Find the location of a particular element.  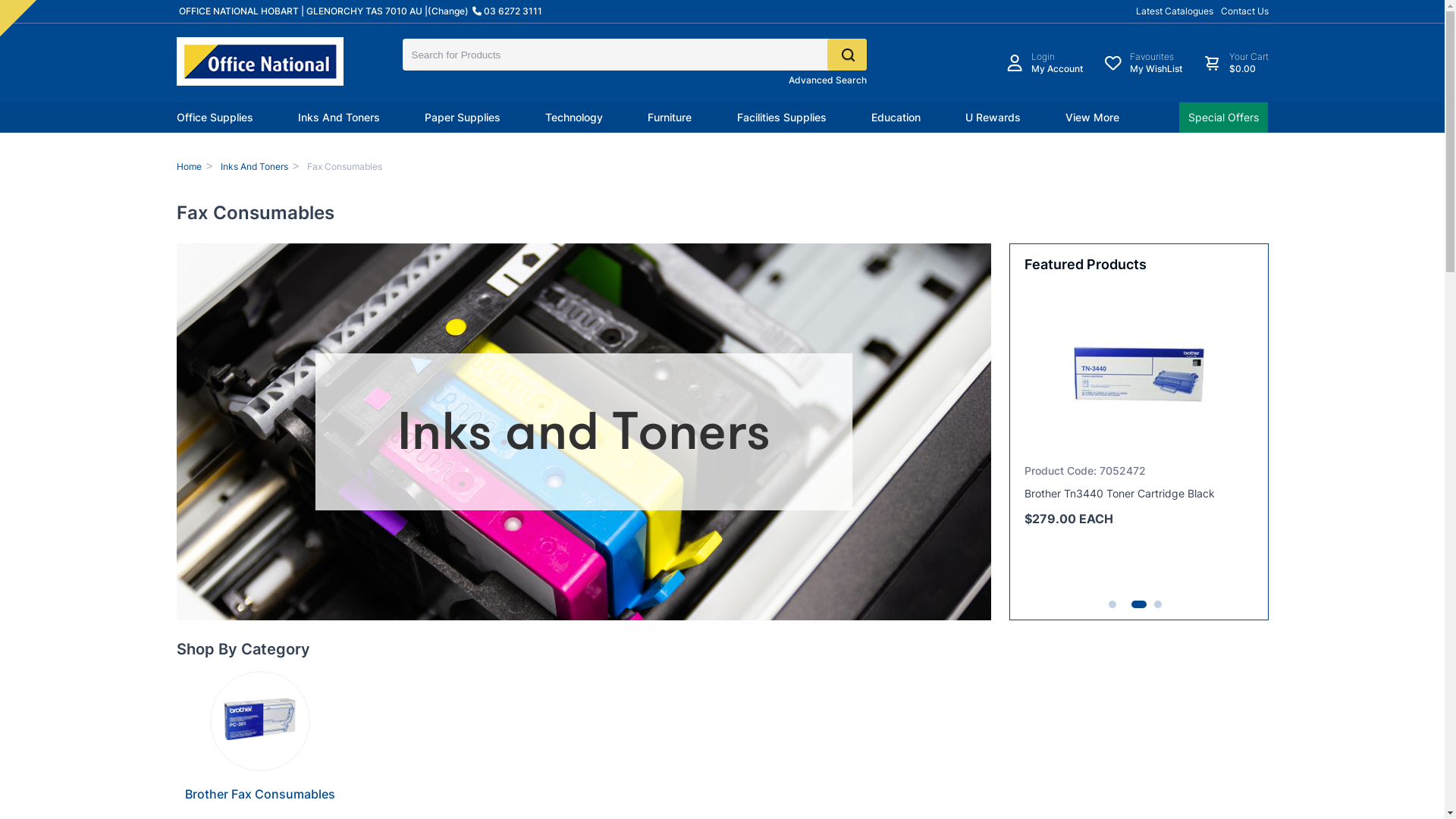

'View More' is located at coordinates (1092, 116).